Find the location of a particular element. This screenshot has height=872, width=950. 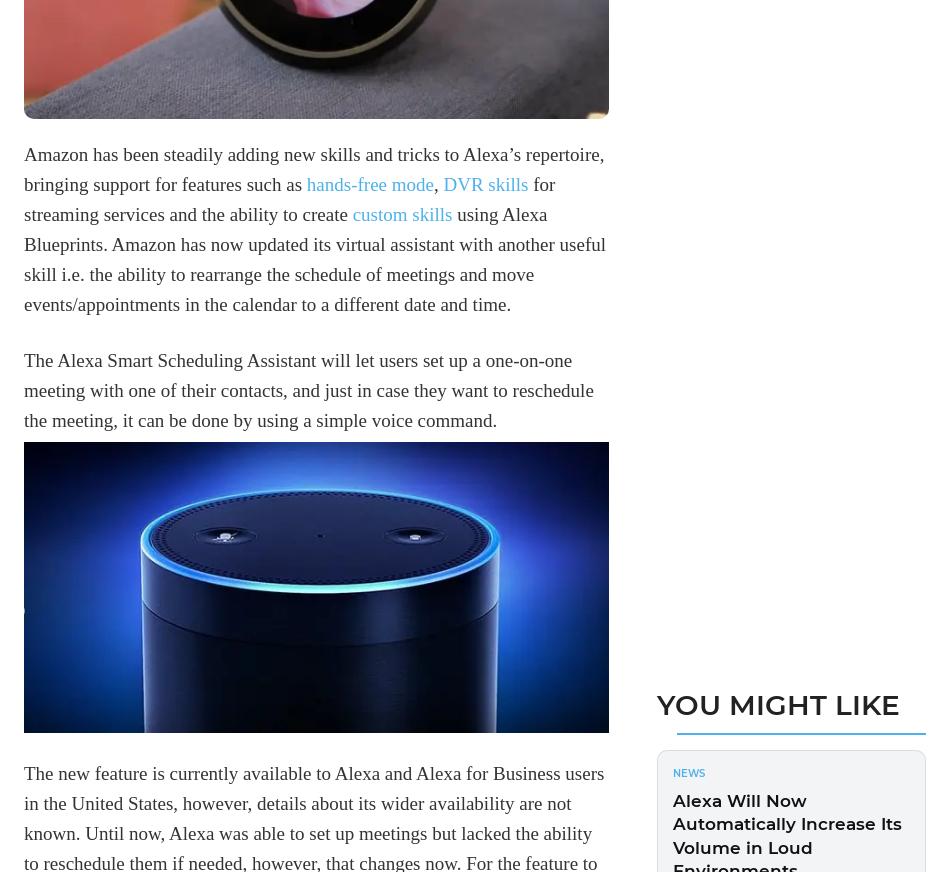

'DVR skills' is located at coordinates (485, 183).